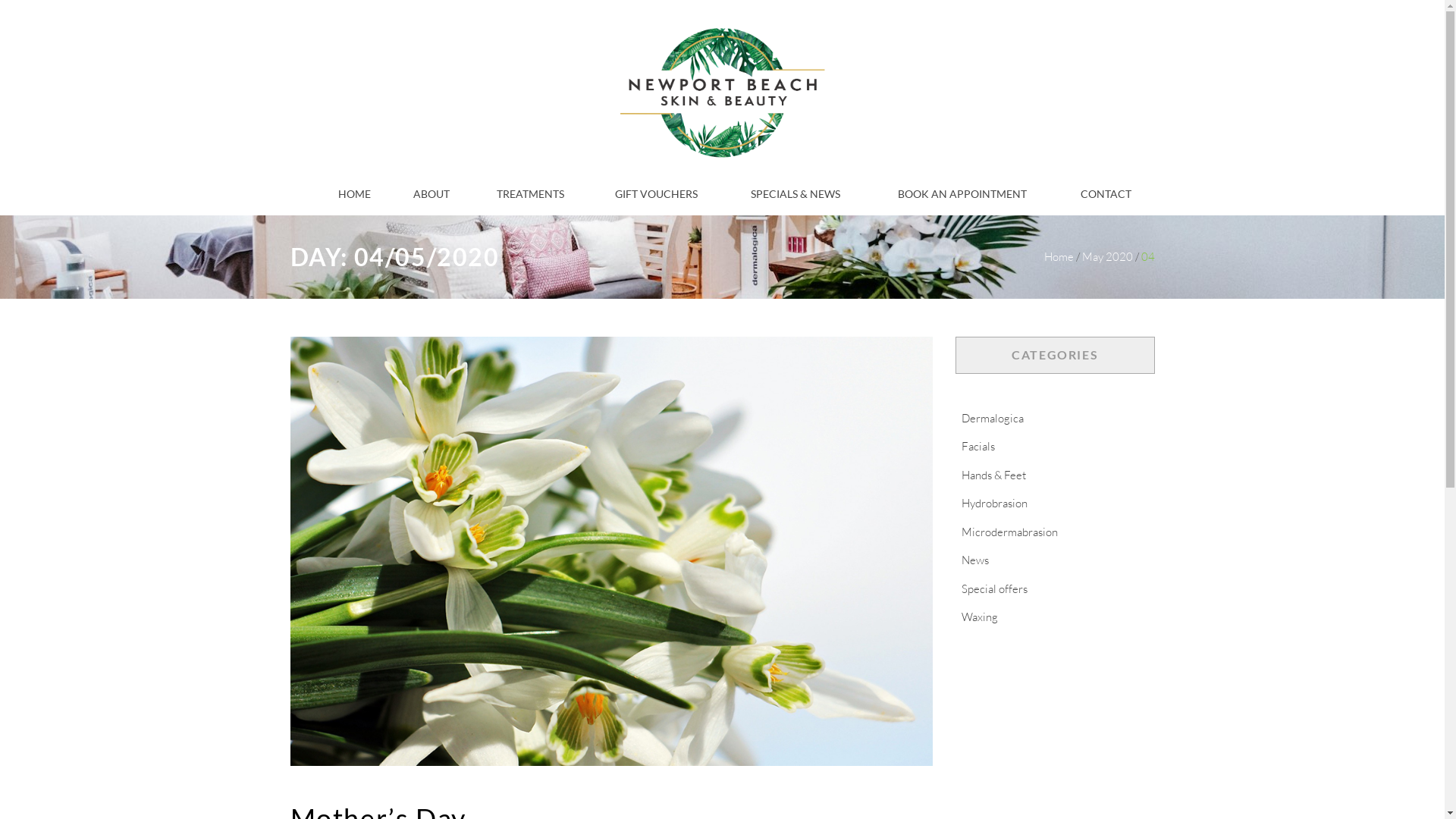  I want to click on 'Home', so click(1057, 256).